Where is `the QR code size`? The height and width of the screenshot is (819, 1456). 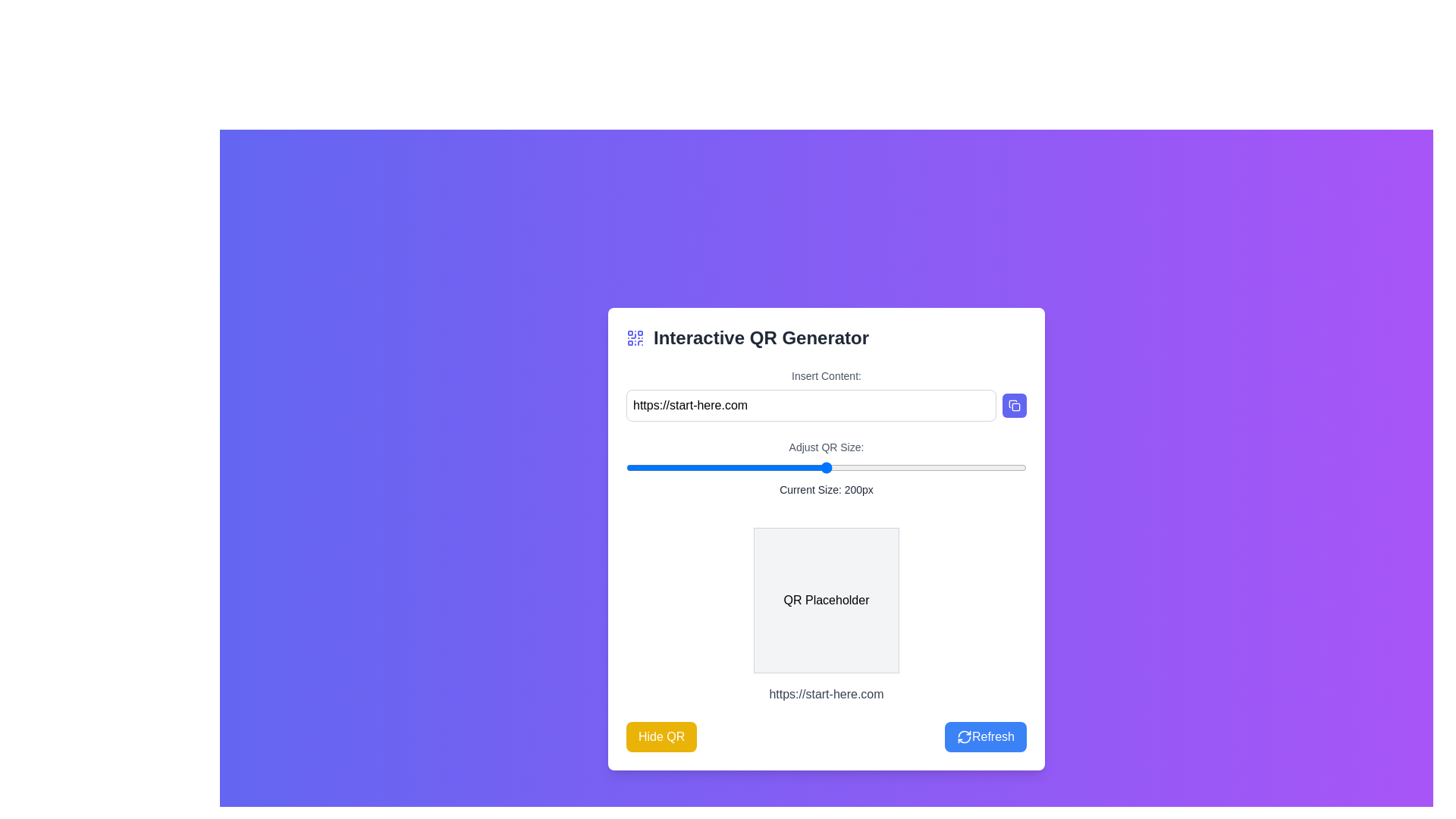
the QR code size is located at coordinates (1010, 467).